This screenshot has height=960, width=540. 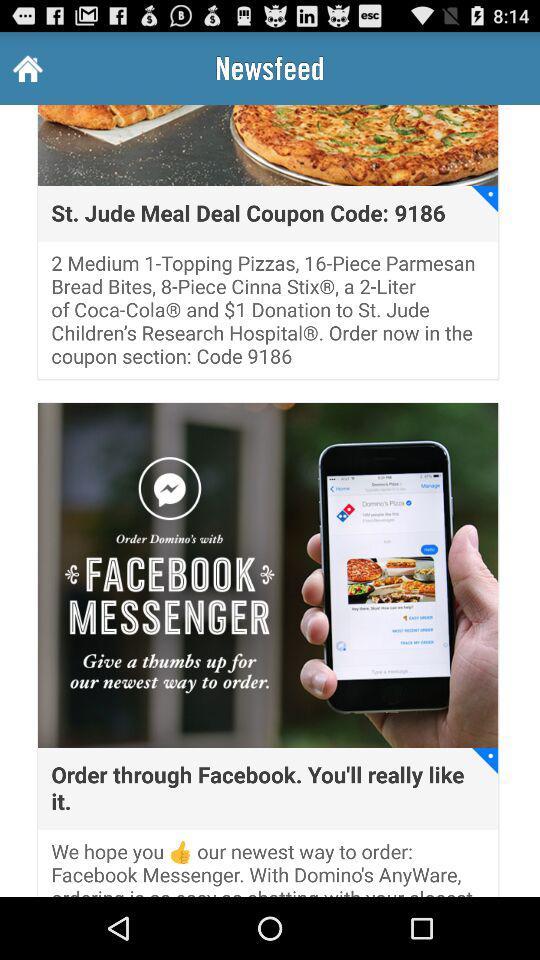 What do you see at coordinates (268, 315) in the screenshot?
I see `the 2 medium 1 icon` at bounding box center [268, 315].